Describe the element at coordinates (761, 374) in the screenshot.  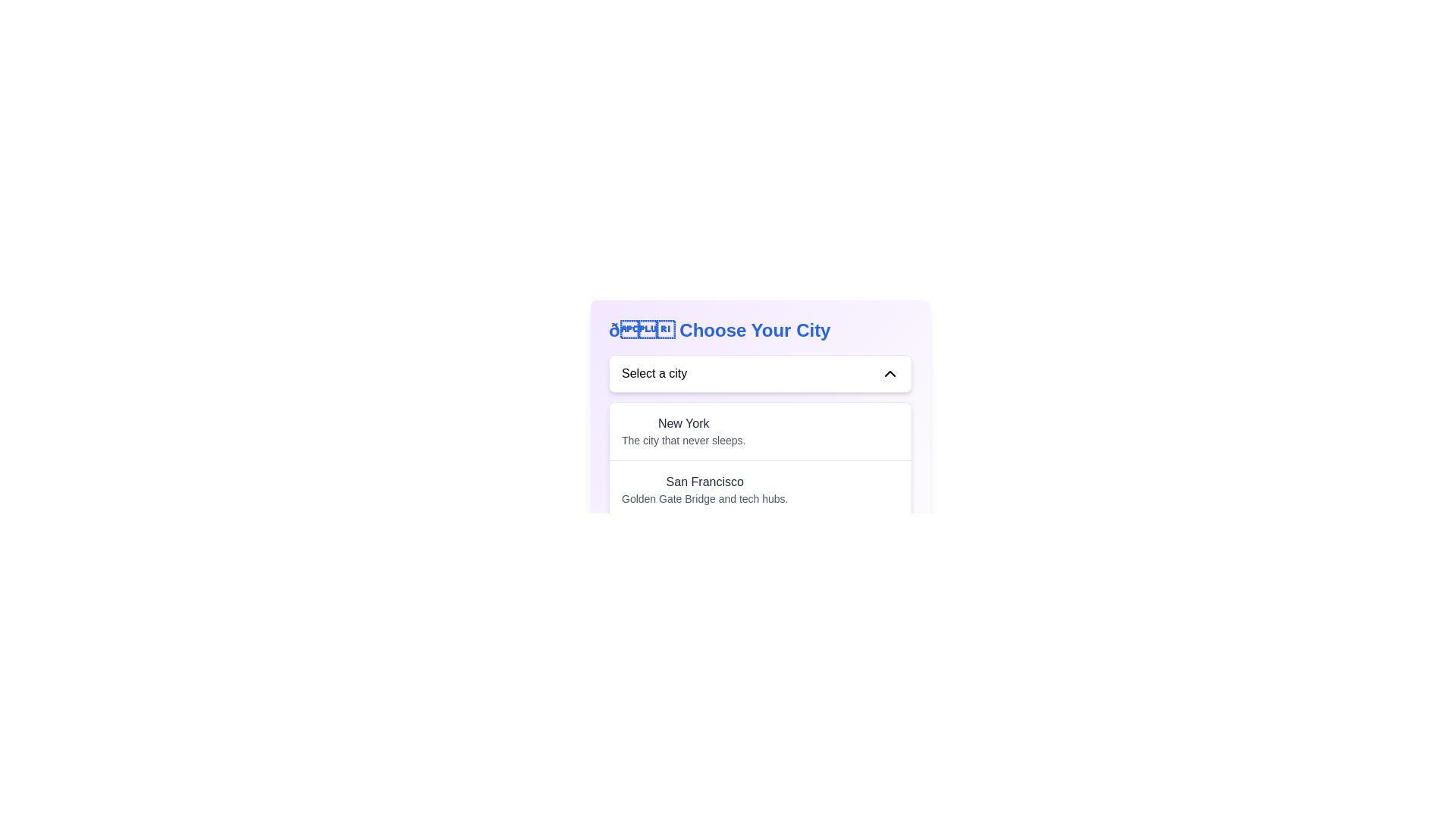
I see `the dropdown menu that allows users` at that location.